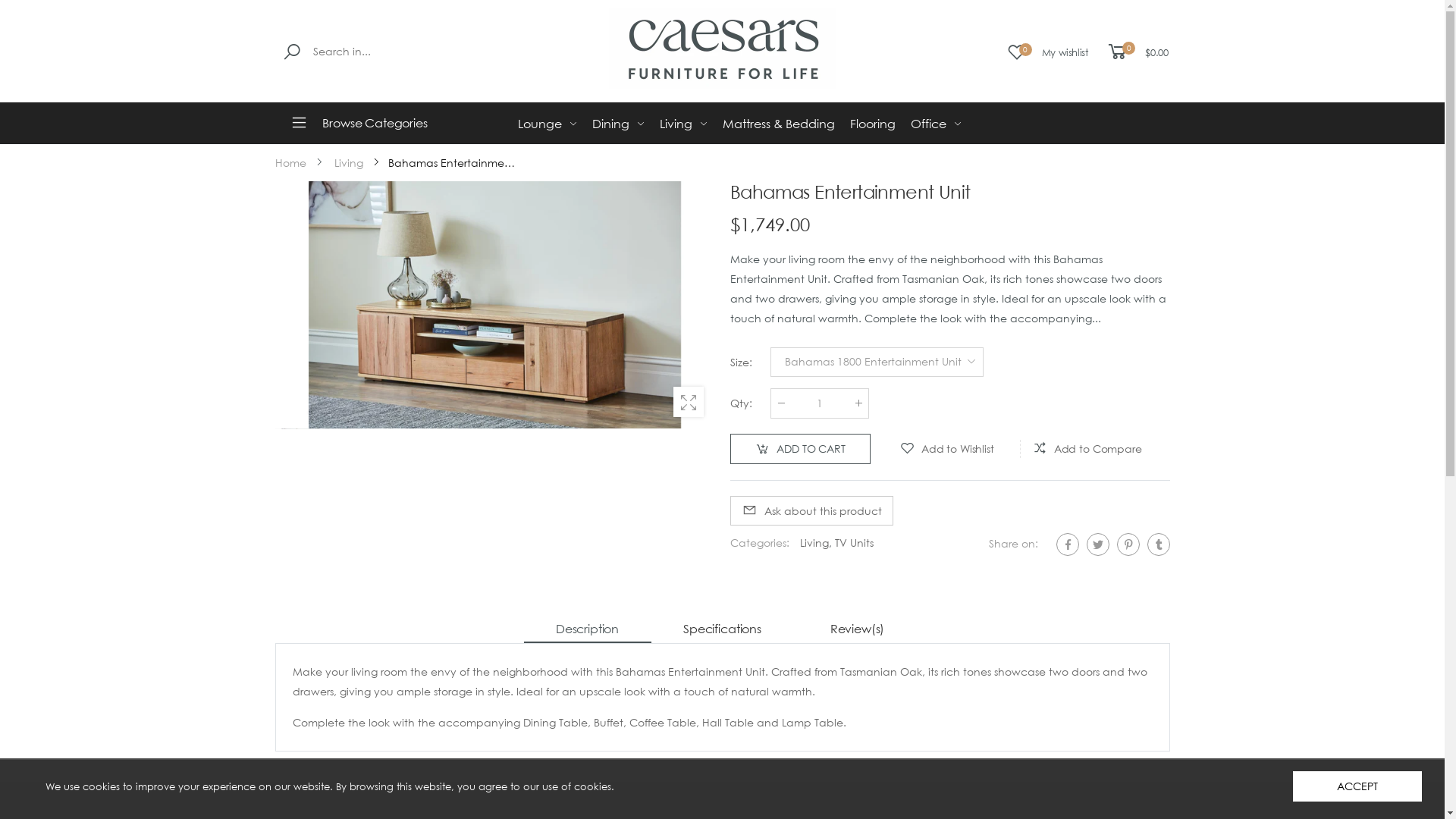 The image size is (1456, 819). What do you see at coordinates (1291, 786) in the screenshot?
I see `'ACCEPT'` at bounding box center [1291, 786].